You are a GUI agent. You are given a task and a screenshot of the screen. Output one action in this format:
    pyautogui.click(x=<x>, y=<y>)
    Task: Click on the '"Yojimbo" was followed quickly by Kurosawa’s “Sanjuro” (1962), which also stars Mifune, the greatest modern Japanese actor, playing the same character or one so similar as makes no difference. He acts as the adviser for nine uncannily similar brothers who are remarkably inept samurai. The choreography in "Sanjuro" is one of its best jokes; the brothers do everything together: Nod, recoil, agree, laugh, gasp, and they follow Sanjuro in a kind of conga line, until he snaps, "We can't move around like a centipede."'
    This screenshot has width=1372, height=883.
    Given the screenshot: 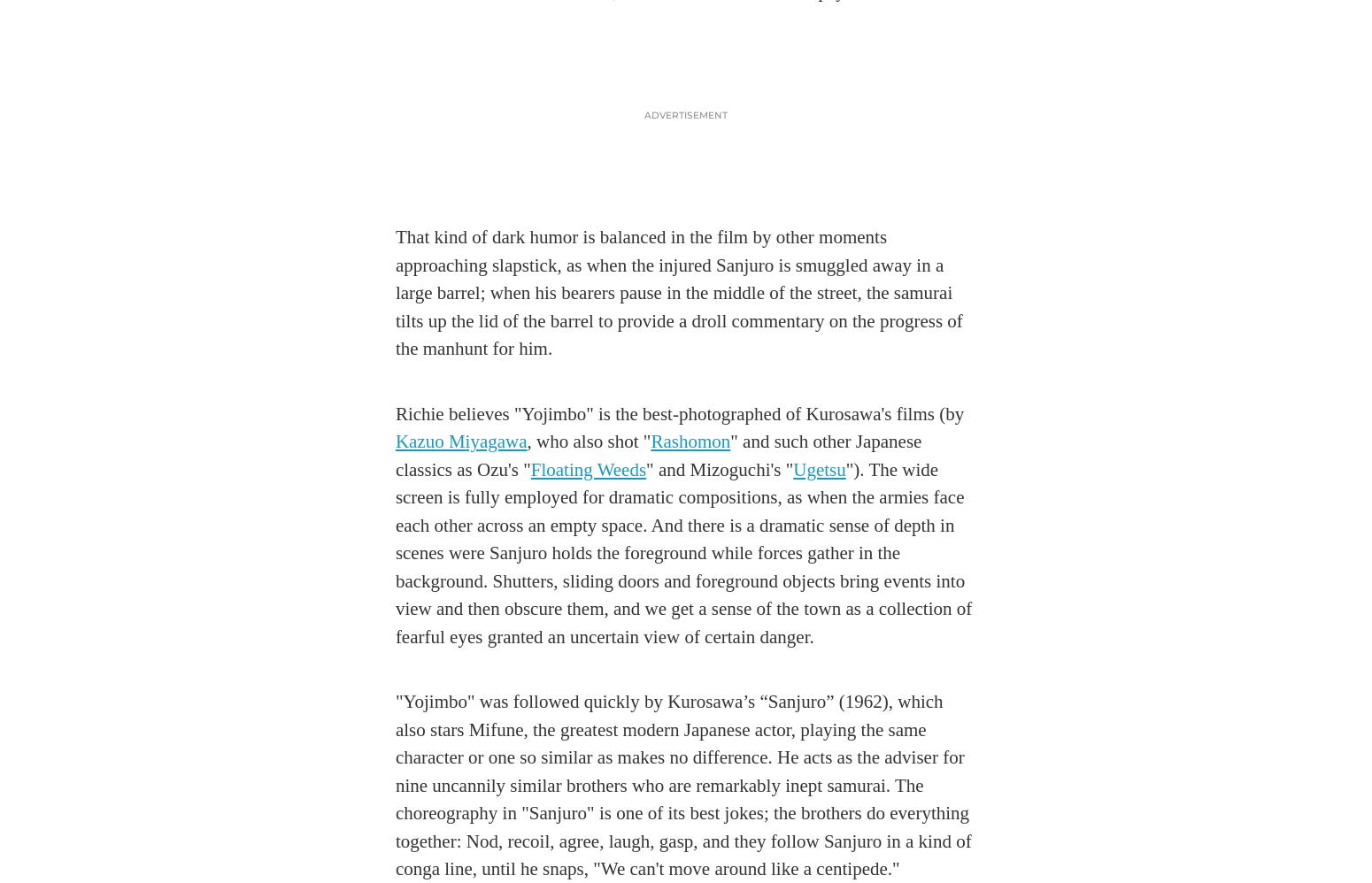 What is the action you would take?
    pyautogui.click(x=682, y=784)
    